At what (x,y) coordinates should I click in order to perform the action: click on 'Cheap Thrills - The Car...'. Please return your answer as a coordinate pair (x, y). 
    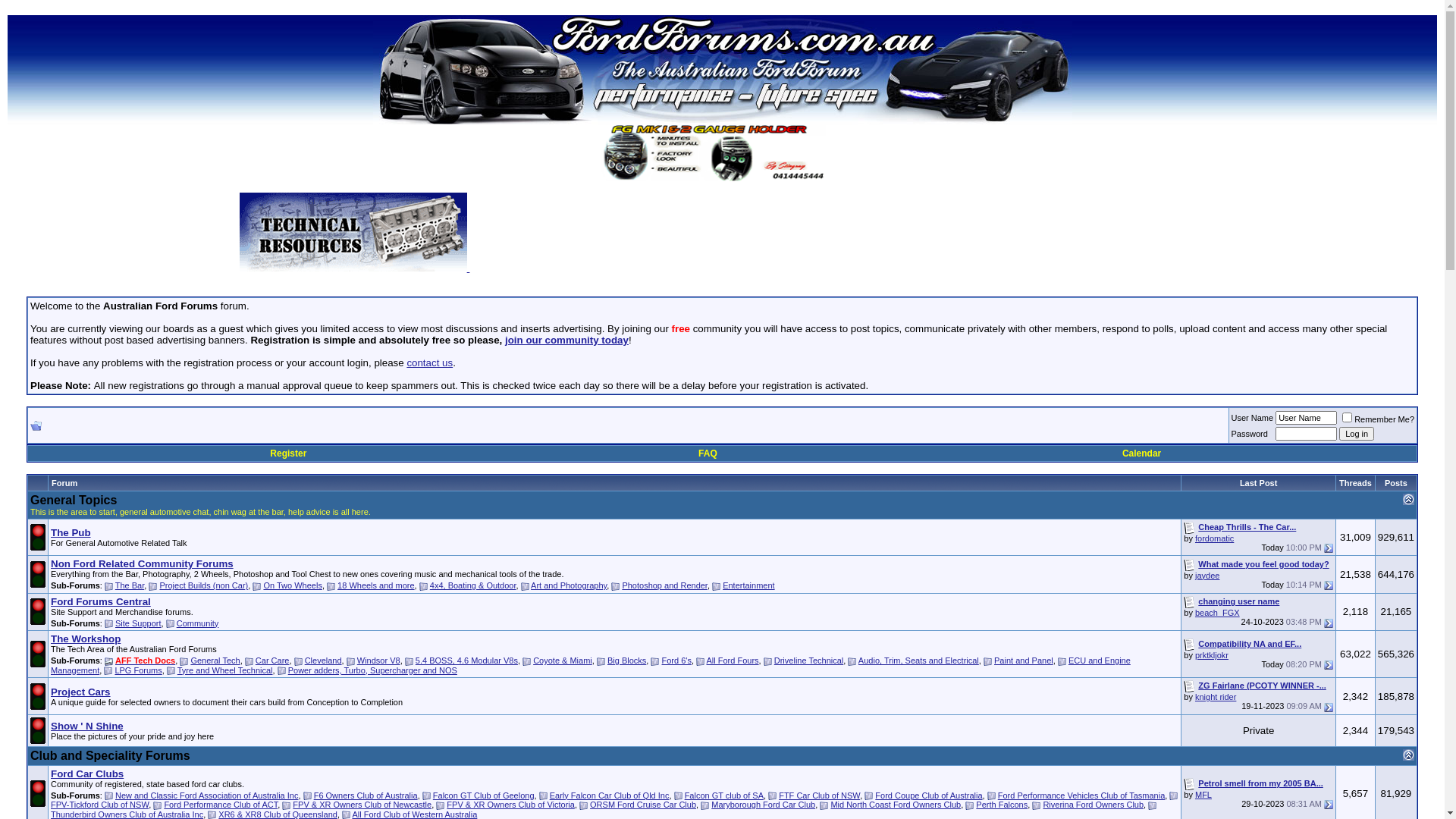
    Looking at the image, I should click on (1247, 526).